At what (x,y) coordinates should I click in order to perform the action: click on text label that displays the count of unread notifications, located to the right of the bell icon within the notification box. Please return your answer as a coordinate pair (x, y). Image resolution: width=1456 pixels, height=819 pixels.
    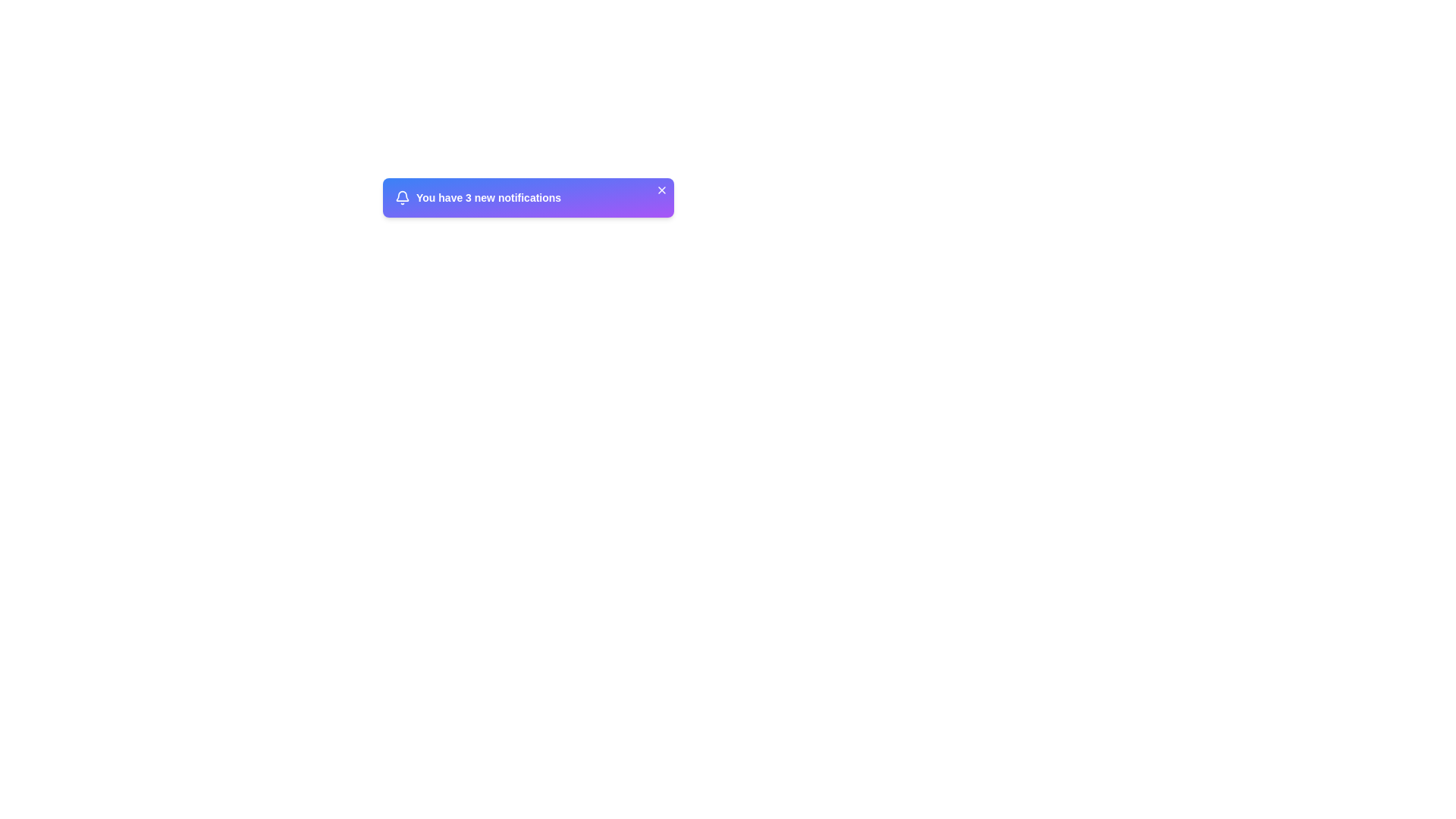
    Looking at the image, I should click on (488, 197).